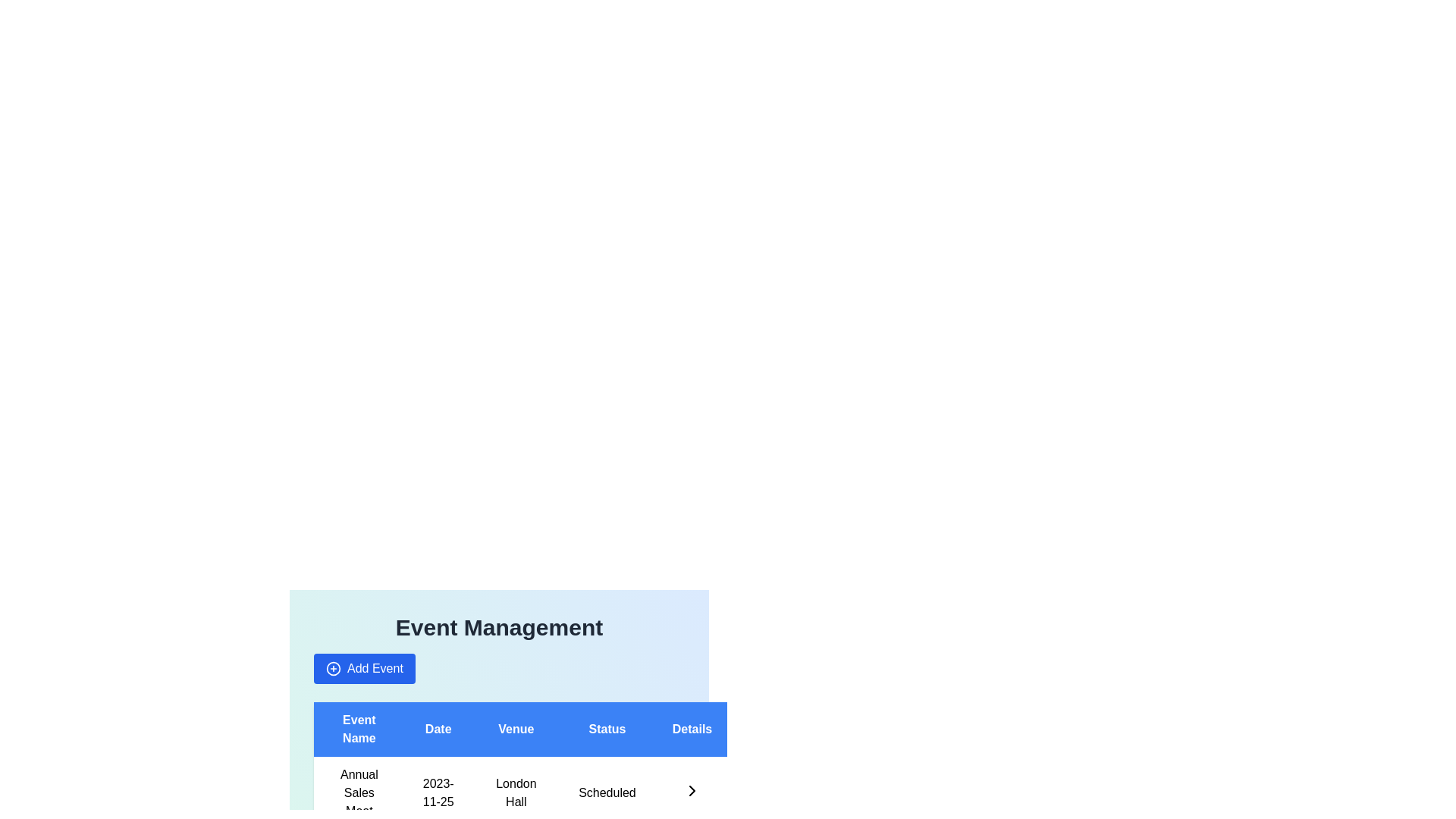  Describe the element at coordinates (364, 668) in the screenshot. I see `the 'Add New Event' button located below the 'Event Management' heading` at that location.